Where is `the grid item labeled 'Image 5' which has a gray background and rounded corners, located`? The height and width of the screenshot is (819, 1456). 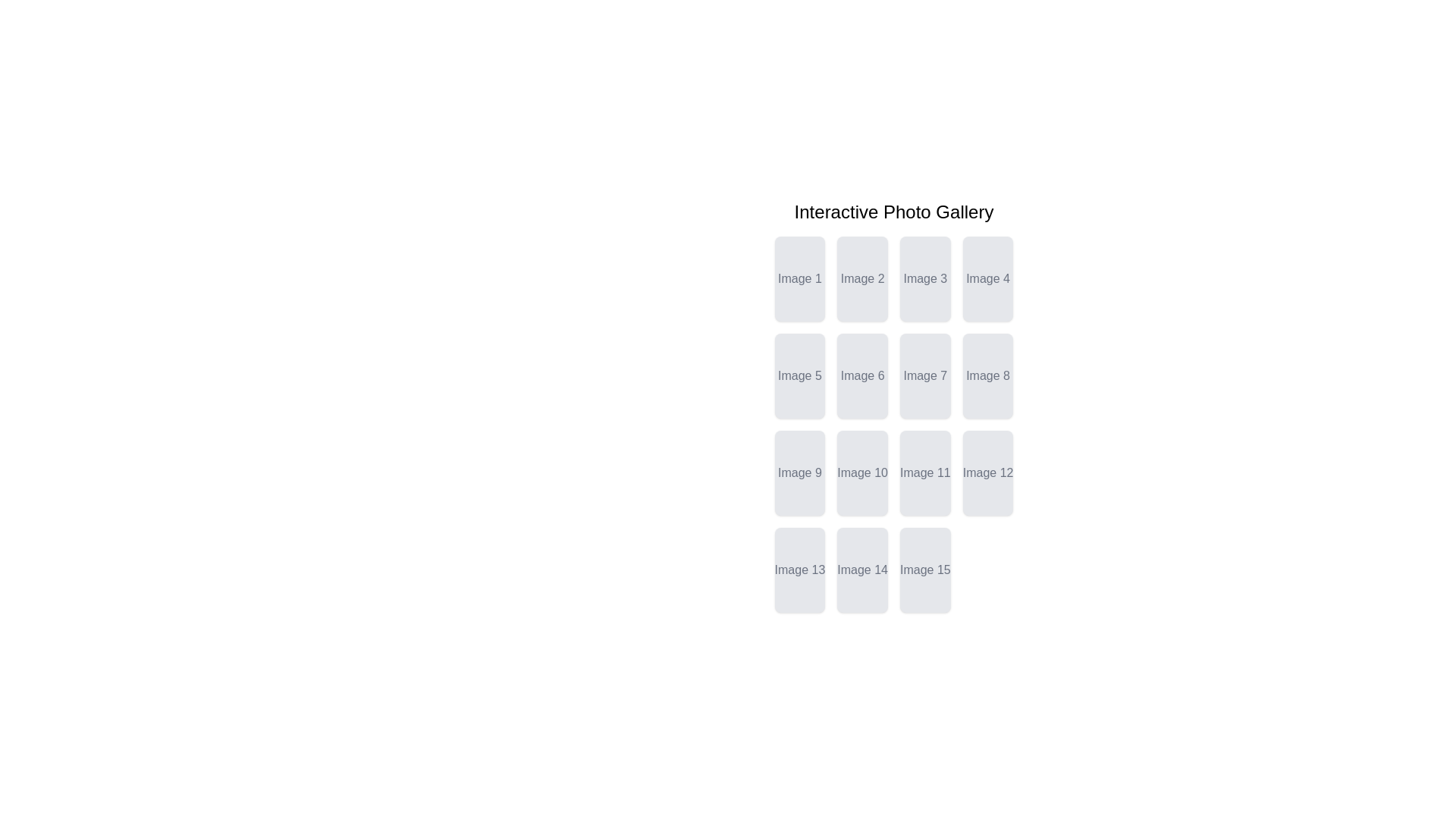 the grid item labeled 'Image 5' which has a gray background and rounded corners, located is located at coordinates (799, 375).